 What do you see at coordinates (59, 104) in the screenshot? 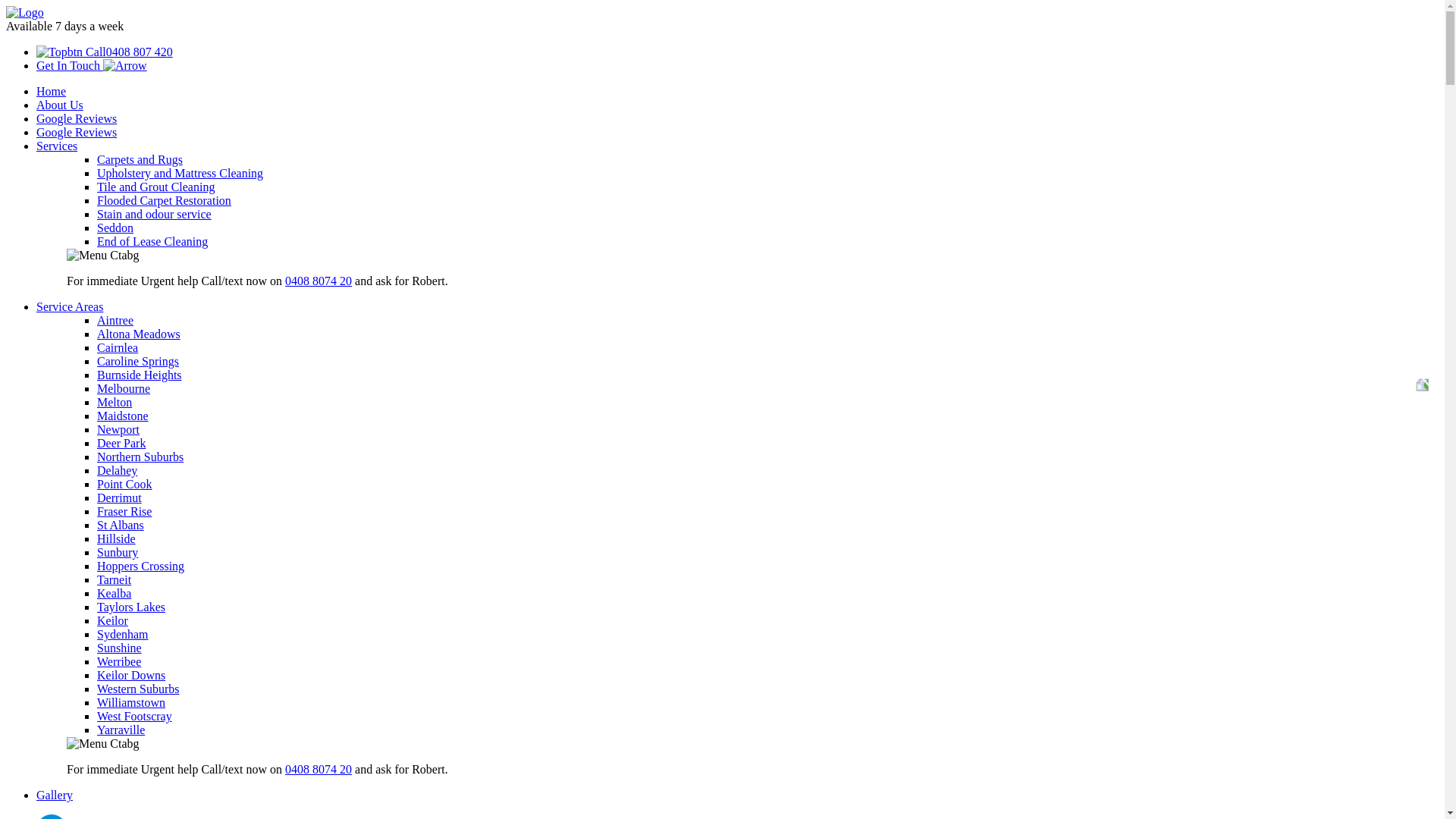
I see `'About Us'` at bounding box center [59, 104].